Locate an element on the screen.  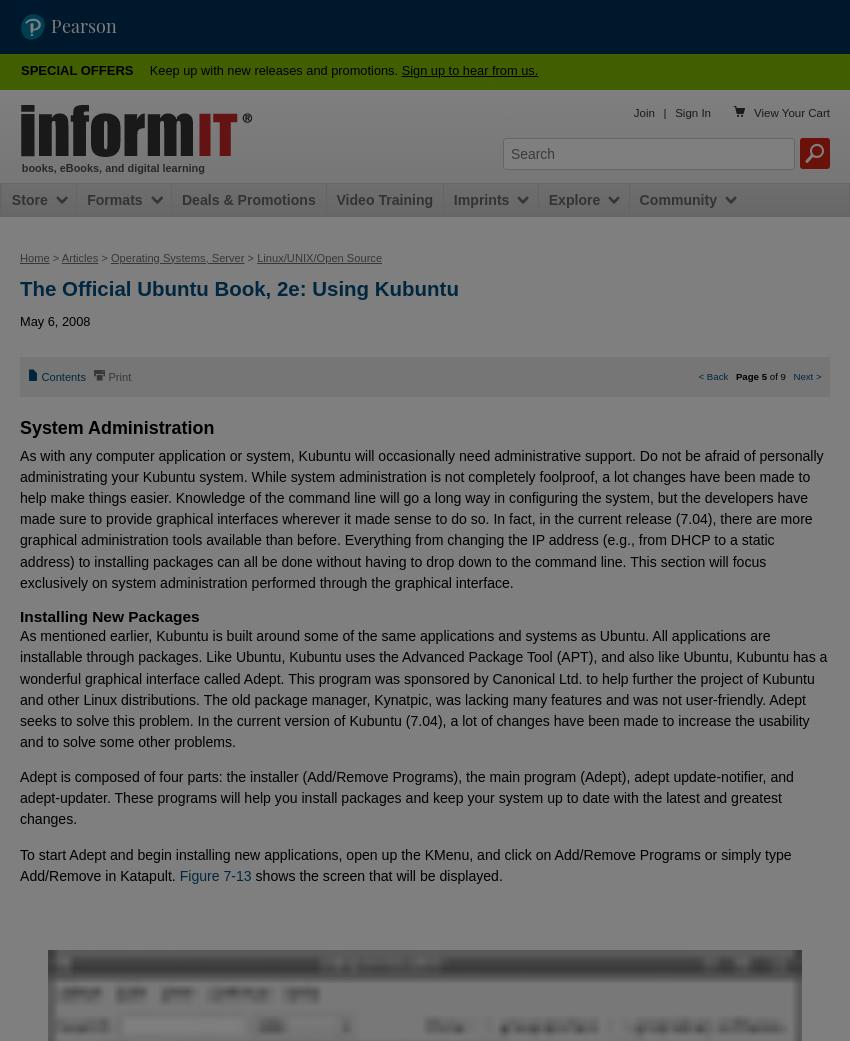
'Back' is located at coordinates (715, 375).